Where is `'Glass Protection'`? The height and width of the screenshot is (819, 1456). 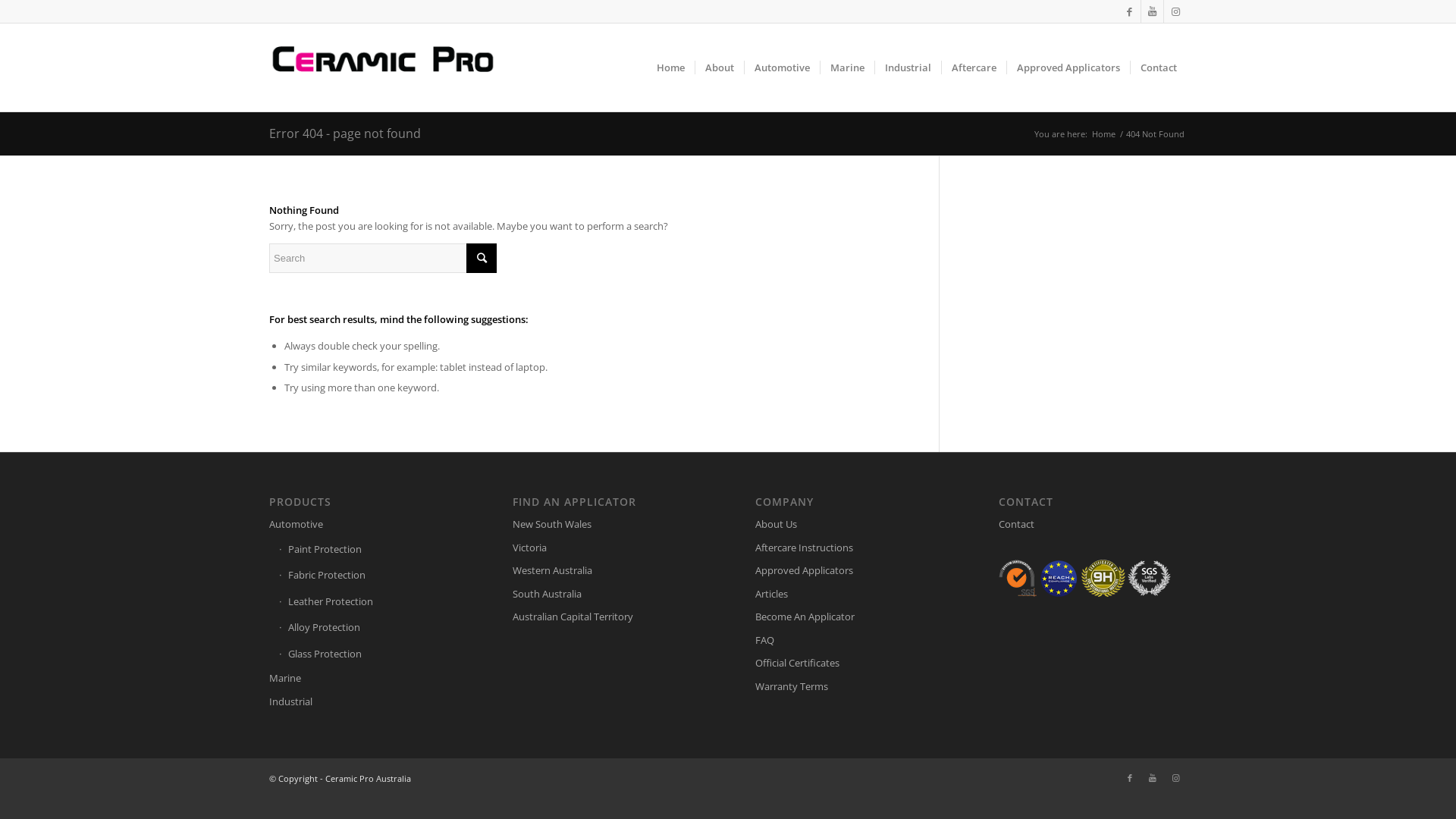 'Glass Protection' is located at coordinates (368, 654).